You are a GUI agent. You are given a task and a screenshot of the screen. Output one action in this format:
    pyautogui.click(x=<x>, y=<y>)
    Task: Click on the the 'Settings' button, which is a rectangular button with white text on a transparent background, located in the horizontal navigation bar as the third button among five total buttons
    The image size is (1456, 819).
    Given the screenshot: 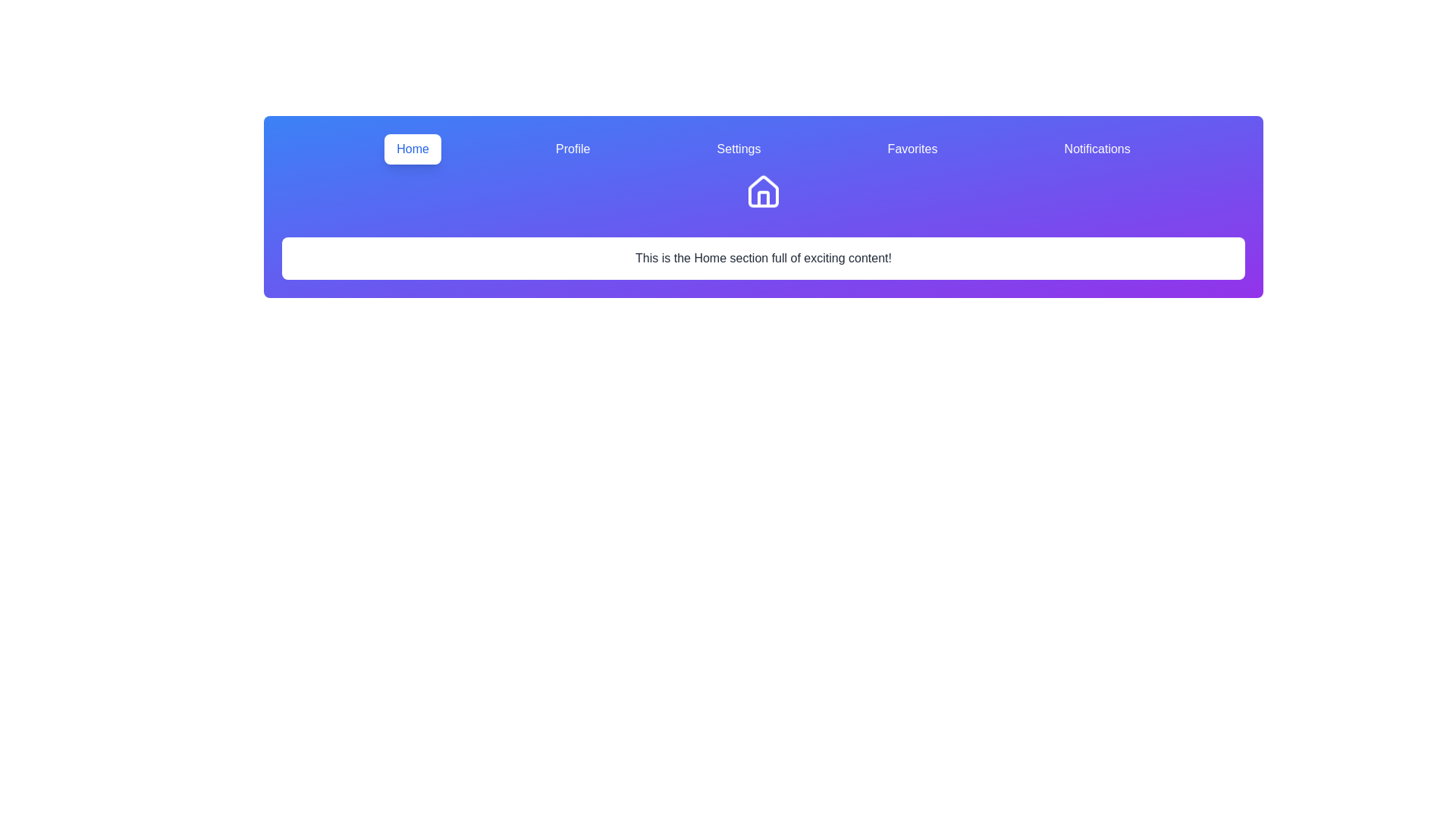 What is the action you would take?
    pyautogui.click(x=739, y=149)
    